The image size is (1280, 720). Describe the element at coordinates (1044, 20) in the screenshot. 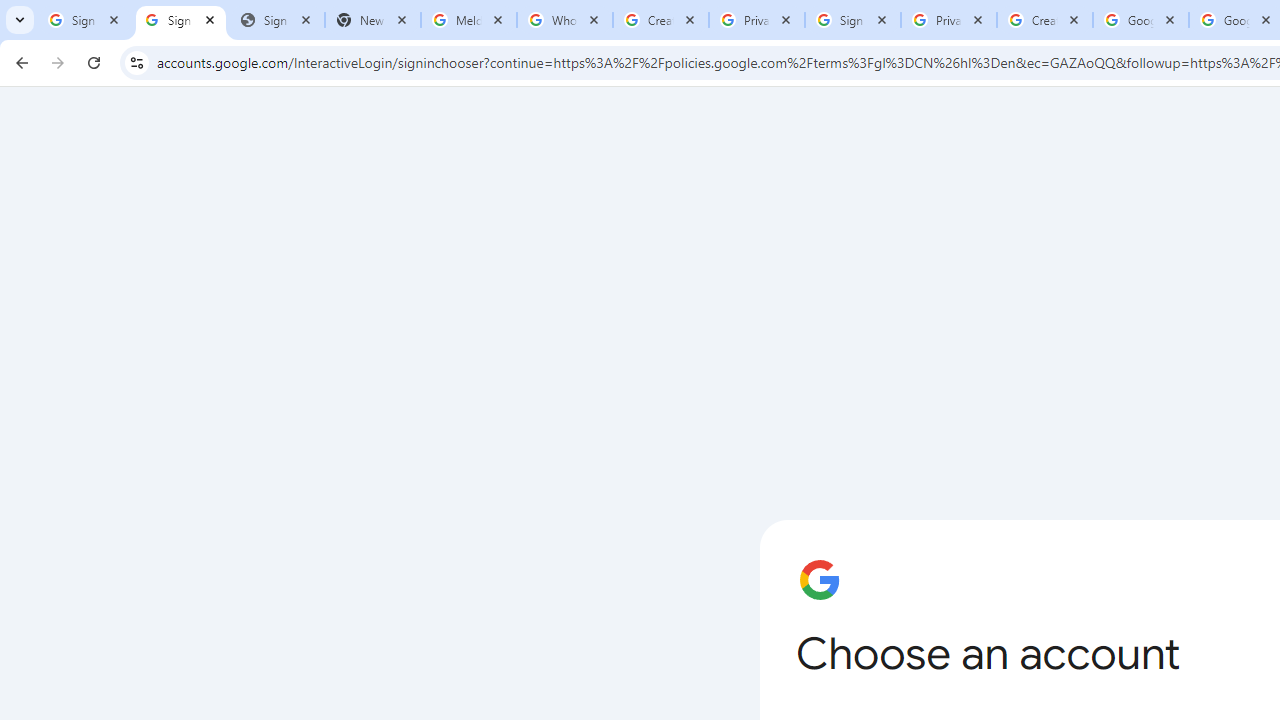

I see `'Create your Google Account'` at that location.